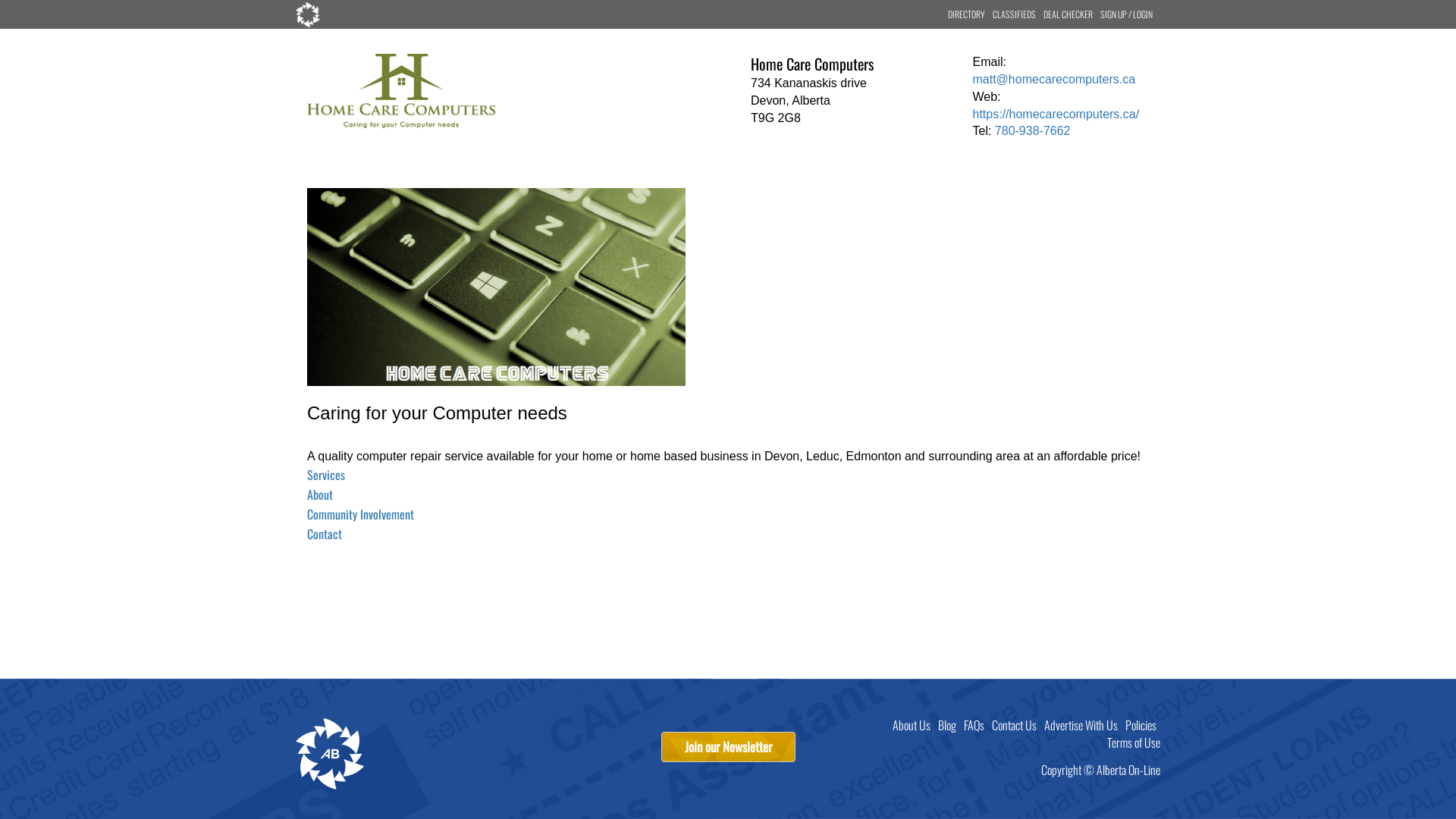  What do you see at coordinates (974, 724) in the screenshot?
I see `'FAQs'` at bounding box center [974, 724].